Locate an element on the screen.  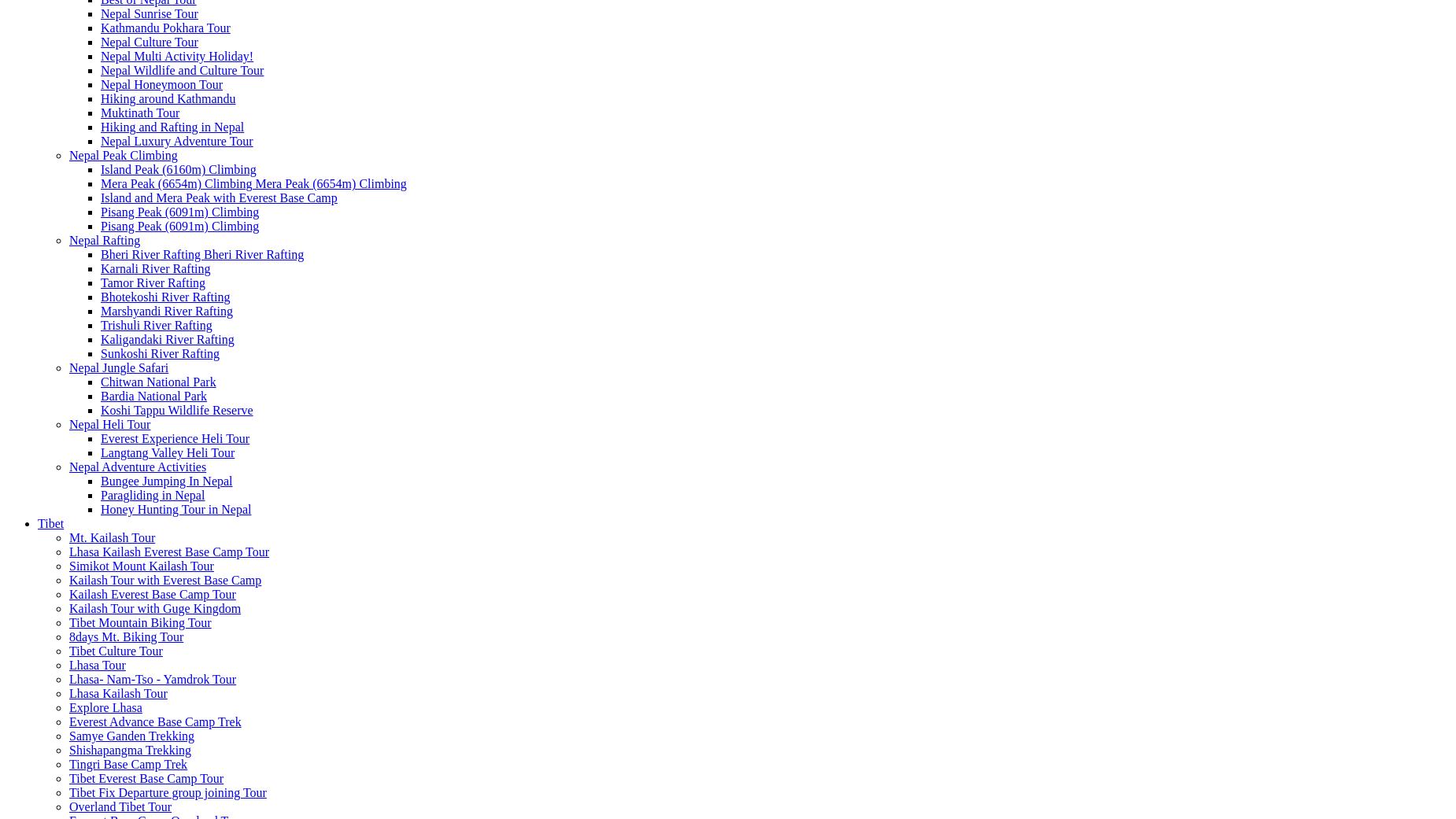
'Simikot Mount Kailash Tour' is located at coordinates (140, 565).